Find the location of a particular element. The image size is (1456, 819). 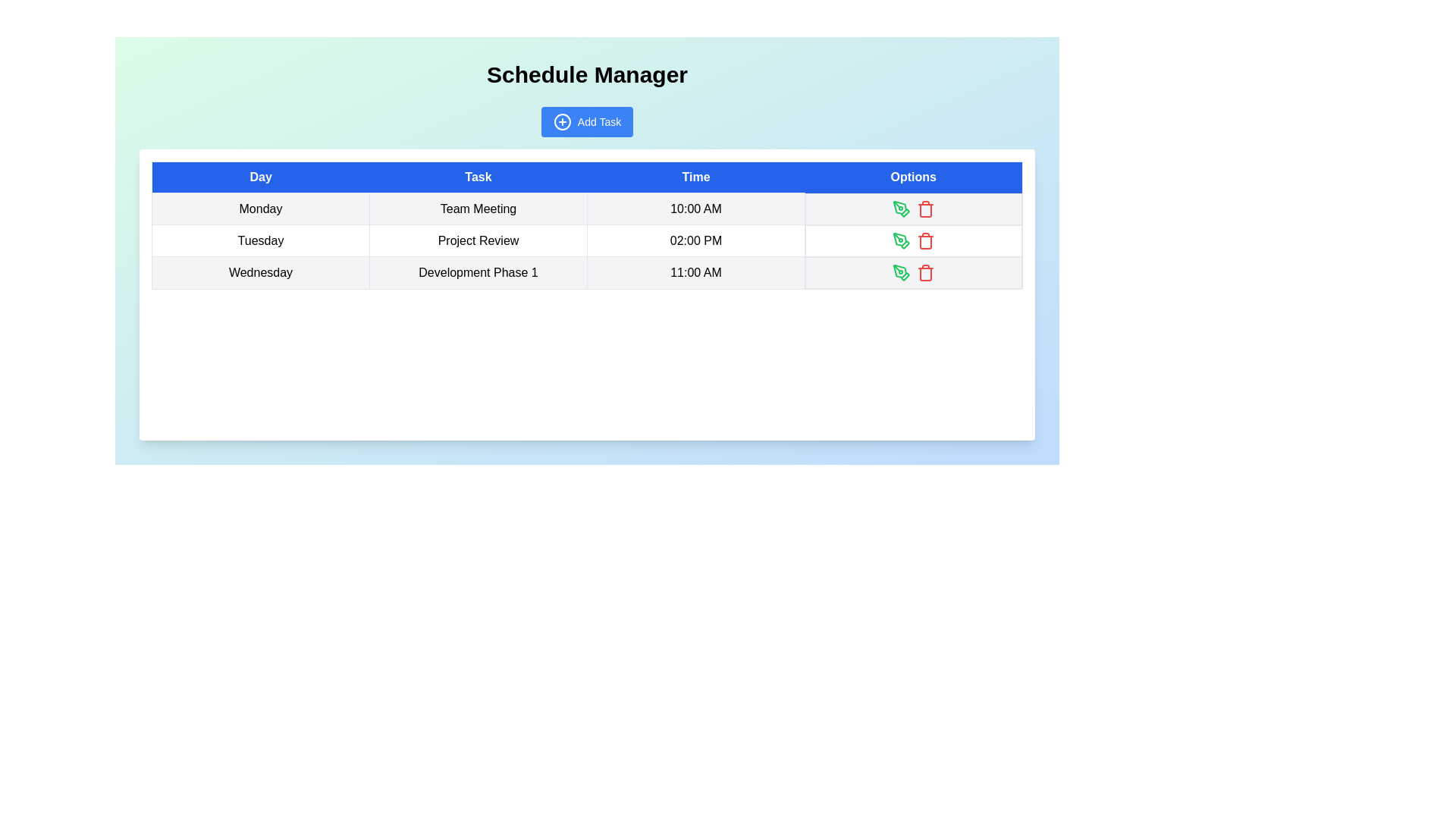

the delete icon for the task corresponding to Project Review is located at coordinates (924, 240).